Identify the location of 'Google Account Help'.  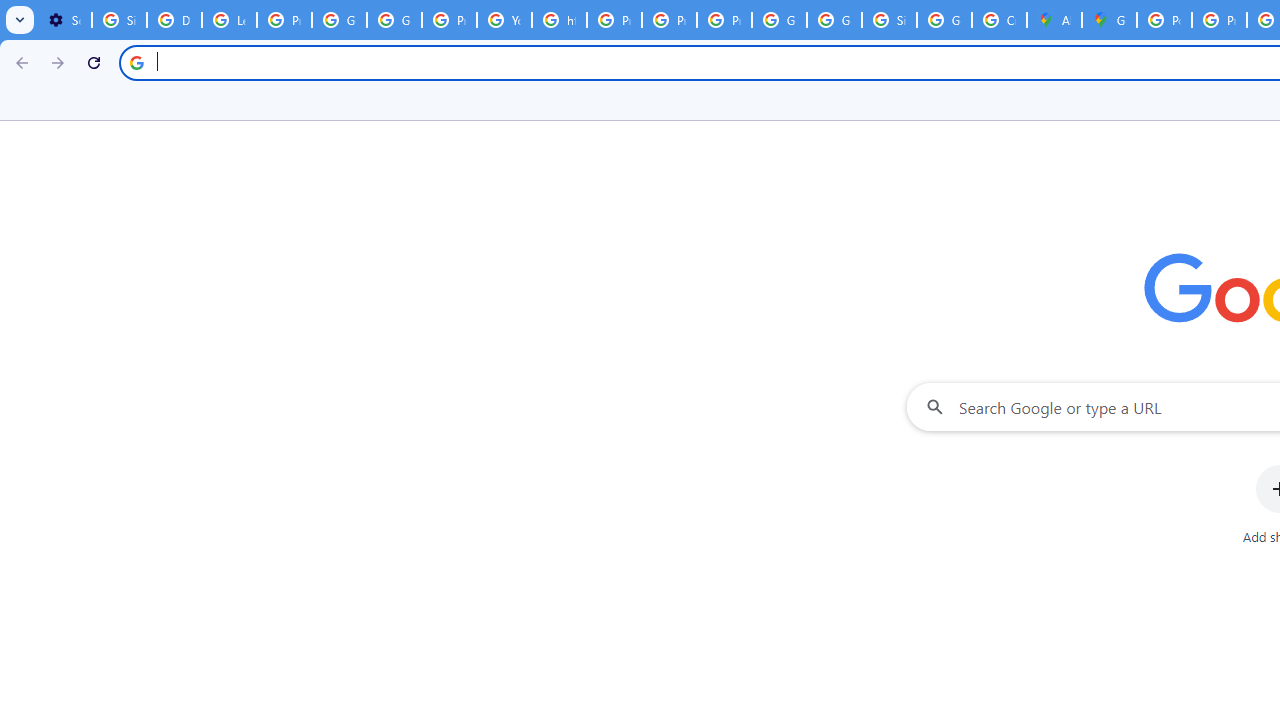
(339, 20).